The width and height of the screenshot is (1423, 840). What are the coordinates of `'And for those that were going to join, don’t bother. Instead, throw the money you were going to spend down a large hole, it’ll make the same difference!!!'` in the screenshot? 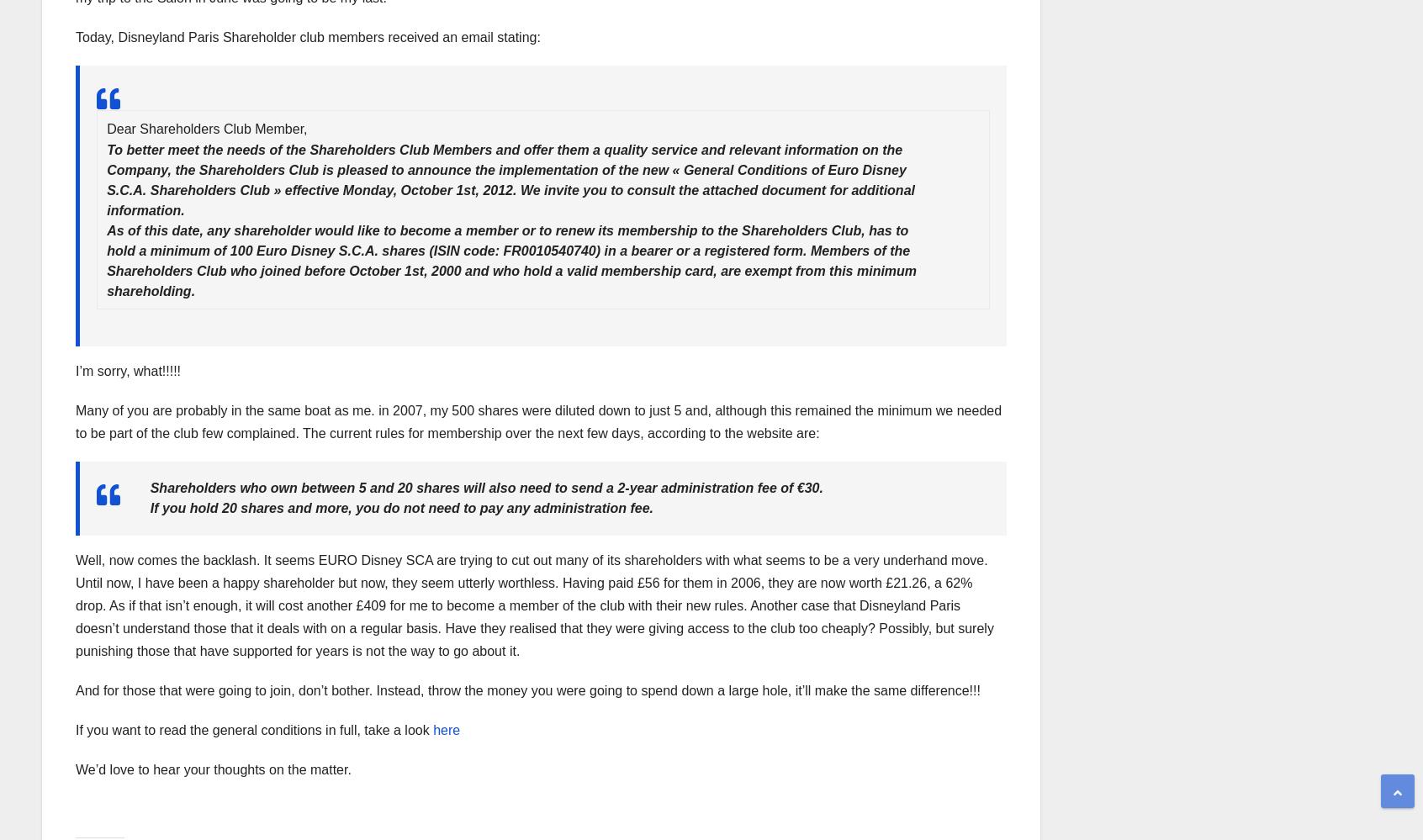 It's located at (76, 690).